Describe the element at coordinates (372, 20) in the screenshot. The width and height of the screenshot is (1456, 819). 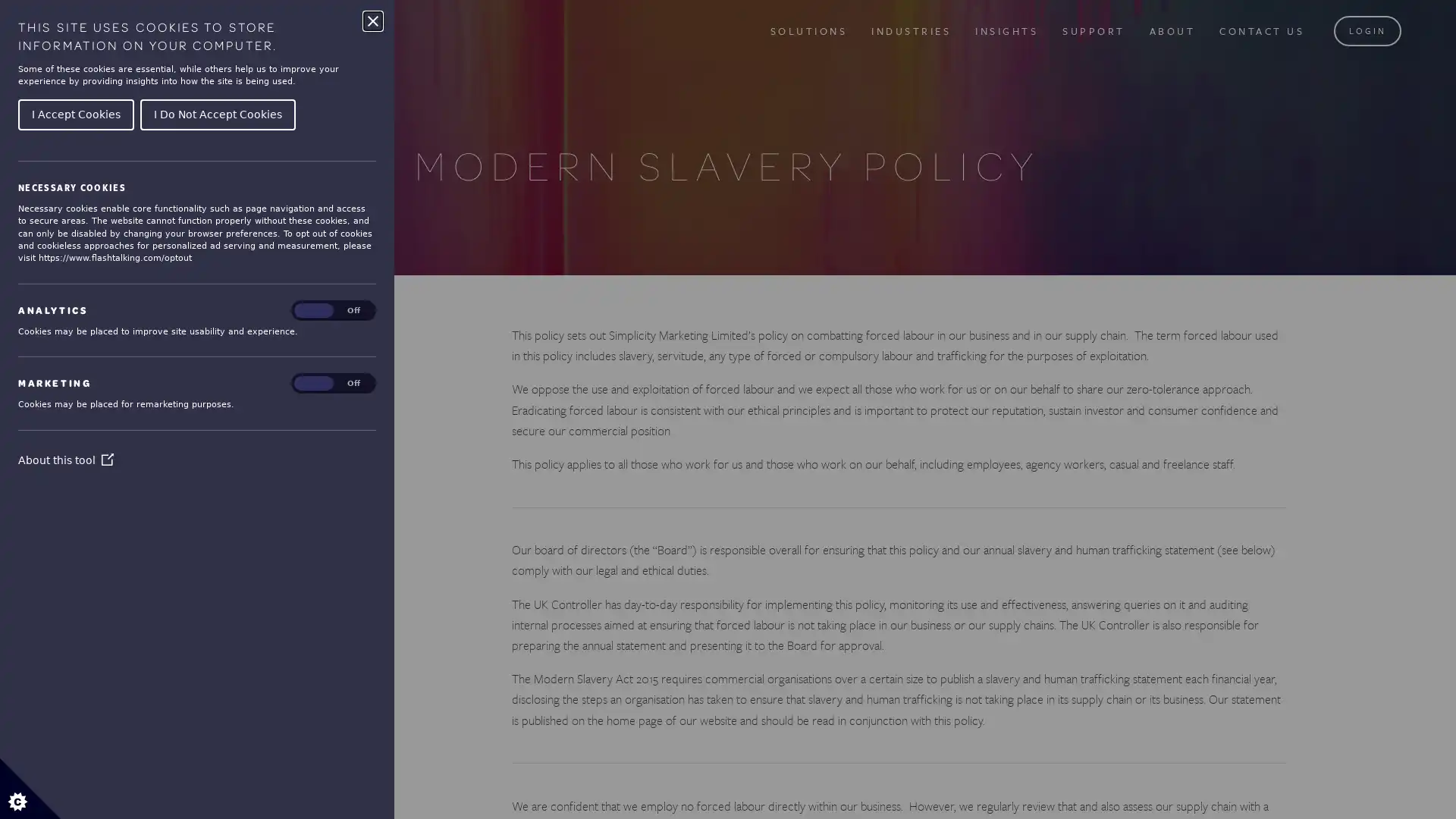
I see `Close Cookie Control` at that location.